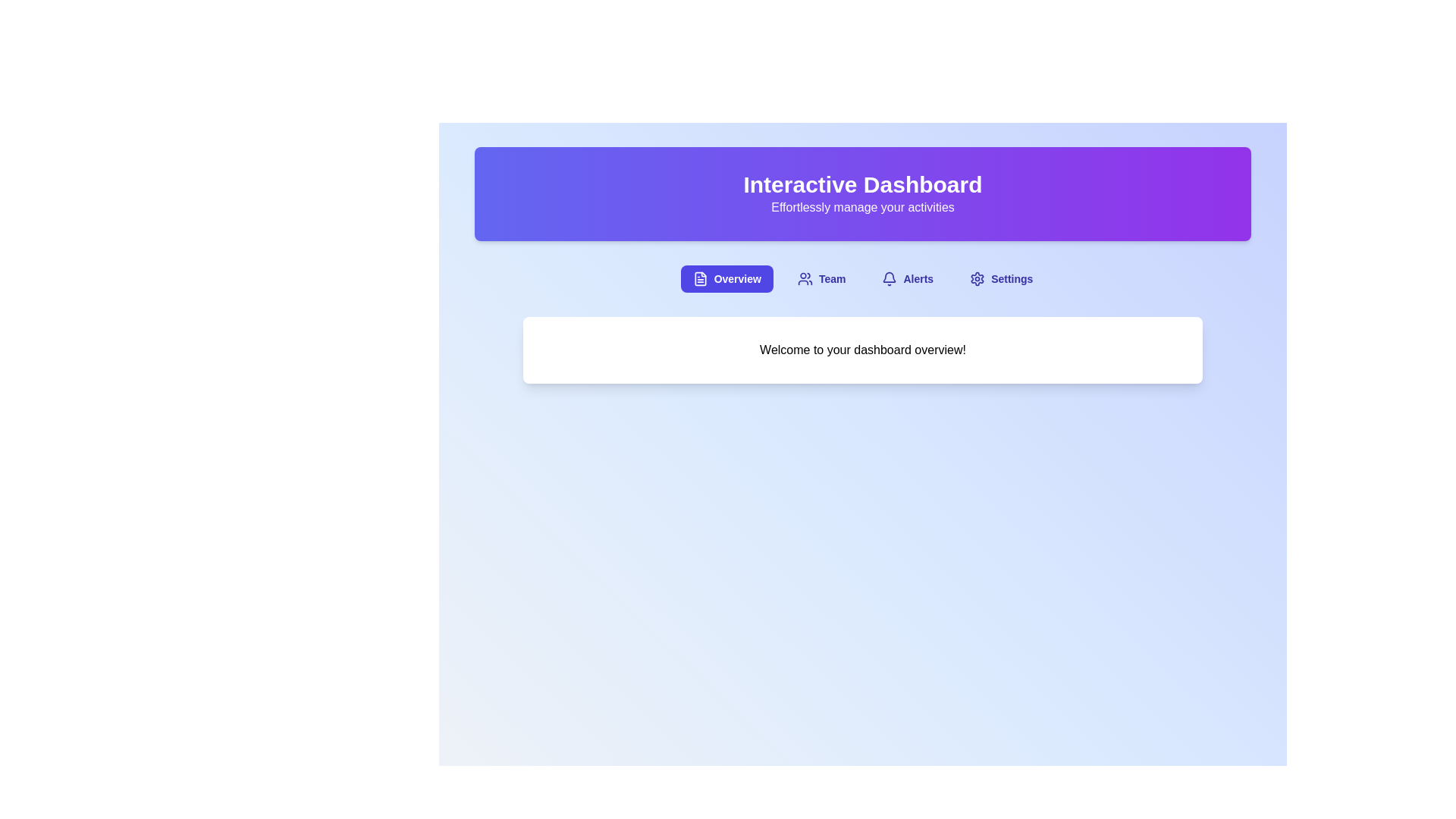  Describe the element at coordinates (862, 278) in the screenshot. I see `accessibility features of the 'Overview' button in the Navigation Bar, which is currently highlighted with a dark blue background and white text` at that location.